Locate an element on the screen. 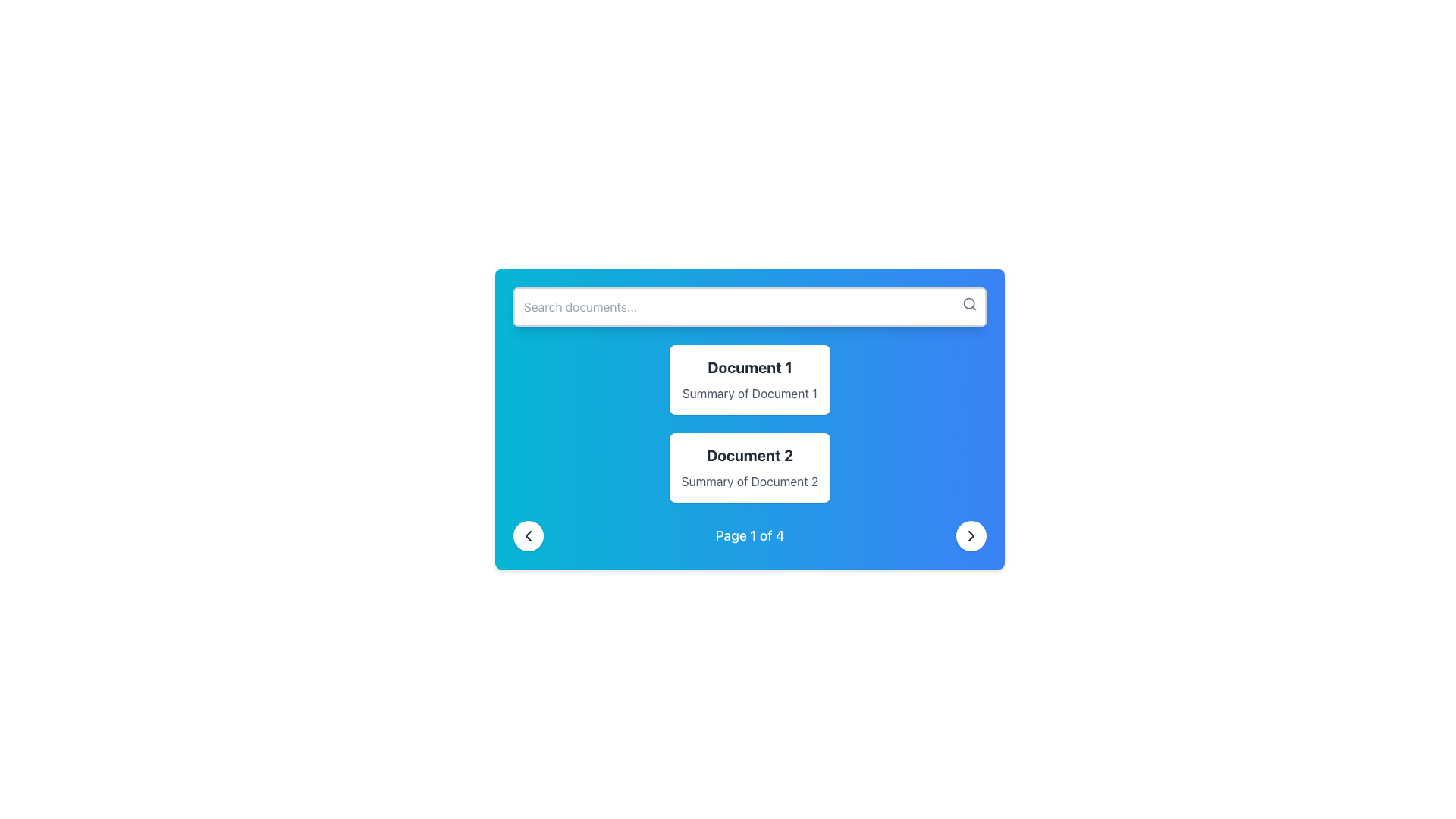  text content of the label displaying 'Summary of Document 1' located beneath the title 'Document 1' in a lighter shade of gray is located at coordinates (749, 393).